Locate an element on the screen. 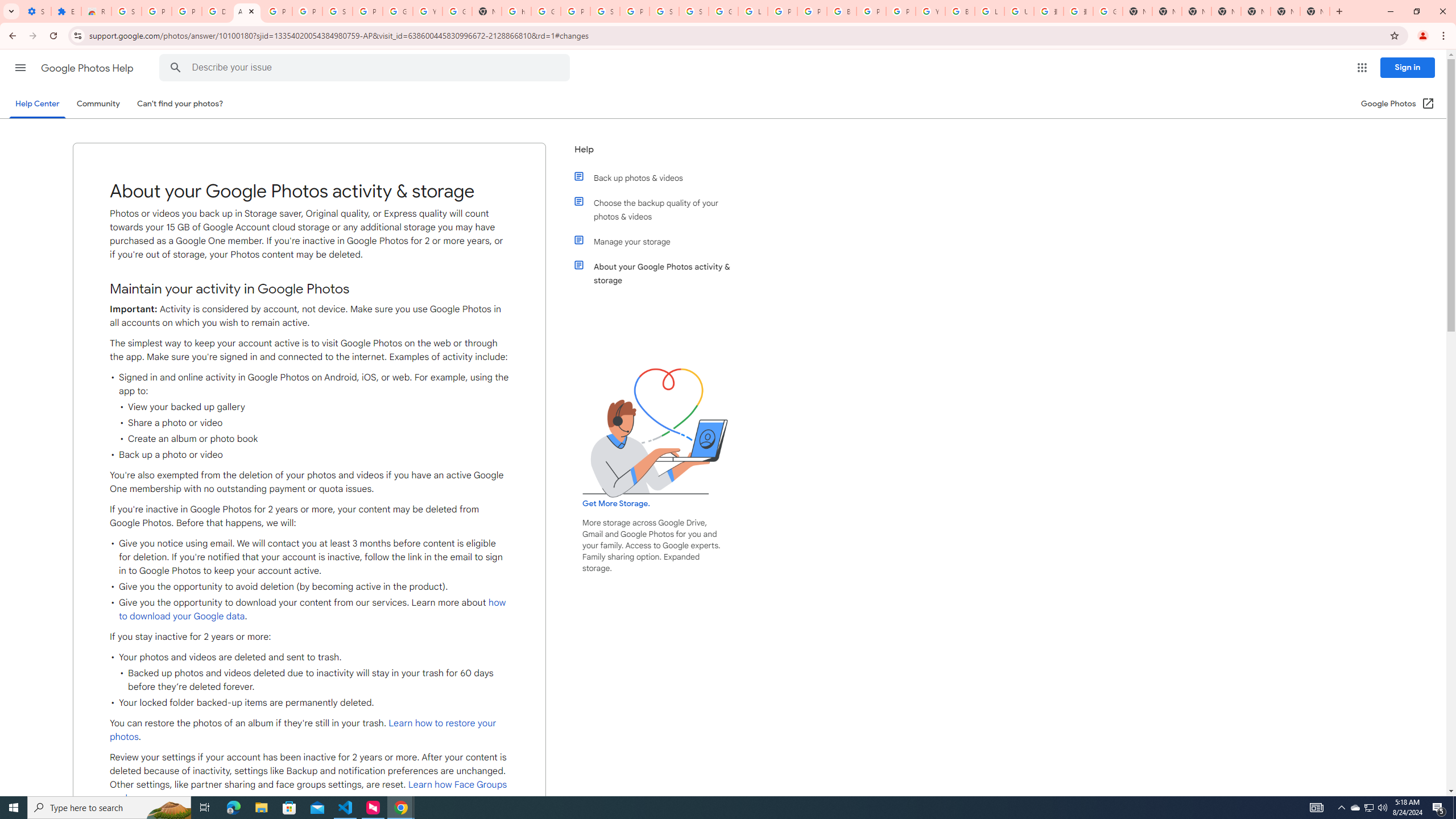  'Get More Storage.' is located at coordinates (615, 503).